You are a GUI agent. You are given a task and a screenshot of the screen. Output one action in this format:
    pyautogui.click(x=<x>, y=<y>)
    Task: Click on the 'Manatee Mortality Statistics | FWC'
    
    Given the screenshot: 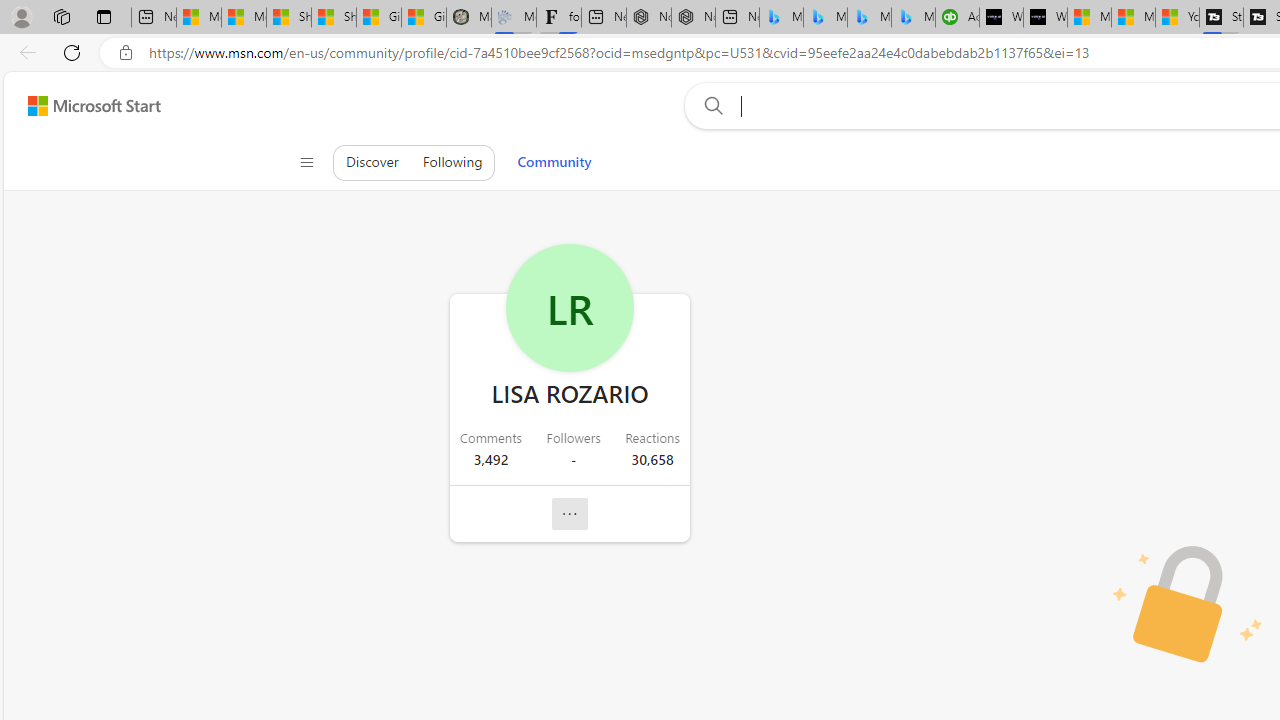 What is the action you would take?
    pyautogui.click(x=468, y=17)
    